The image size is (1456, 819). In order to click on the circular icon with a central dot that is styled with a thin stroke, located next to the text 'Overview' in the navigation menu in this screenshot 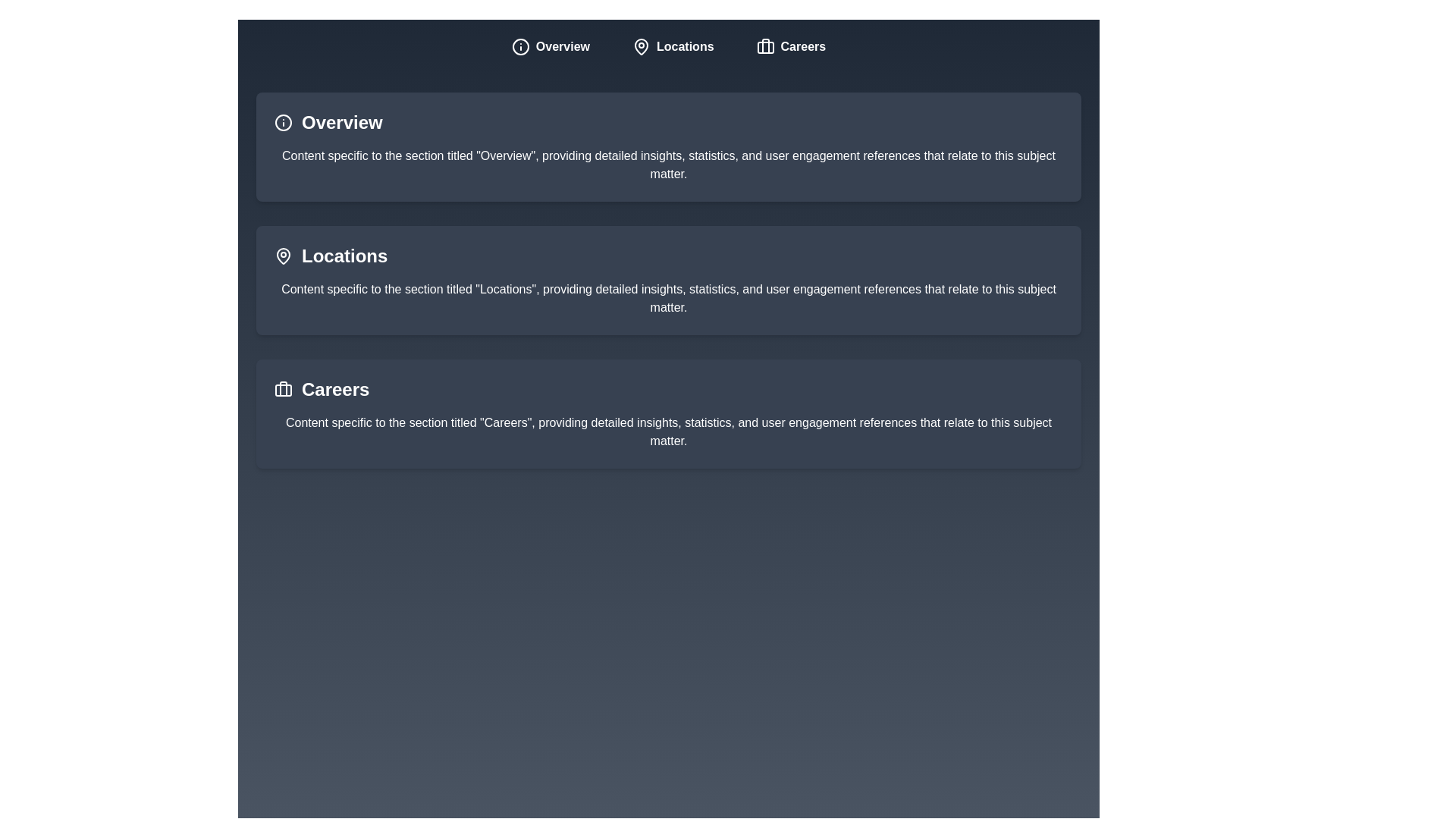, I will do `click(520, 45)`.